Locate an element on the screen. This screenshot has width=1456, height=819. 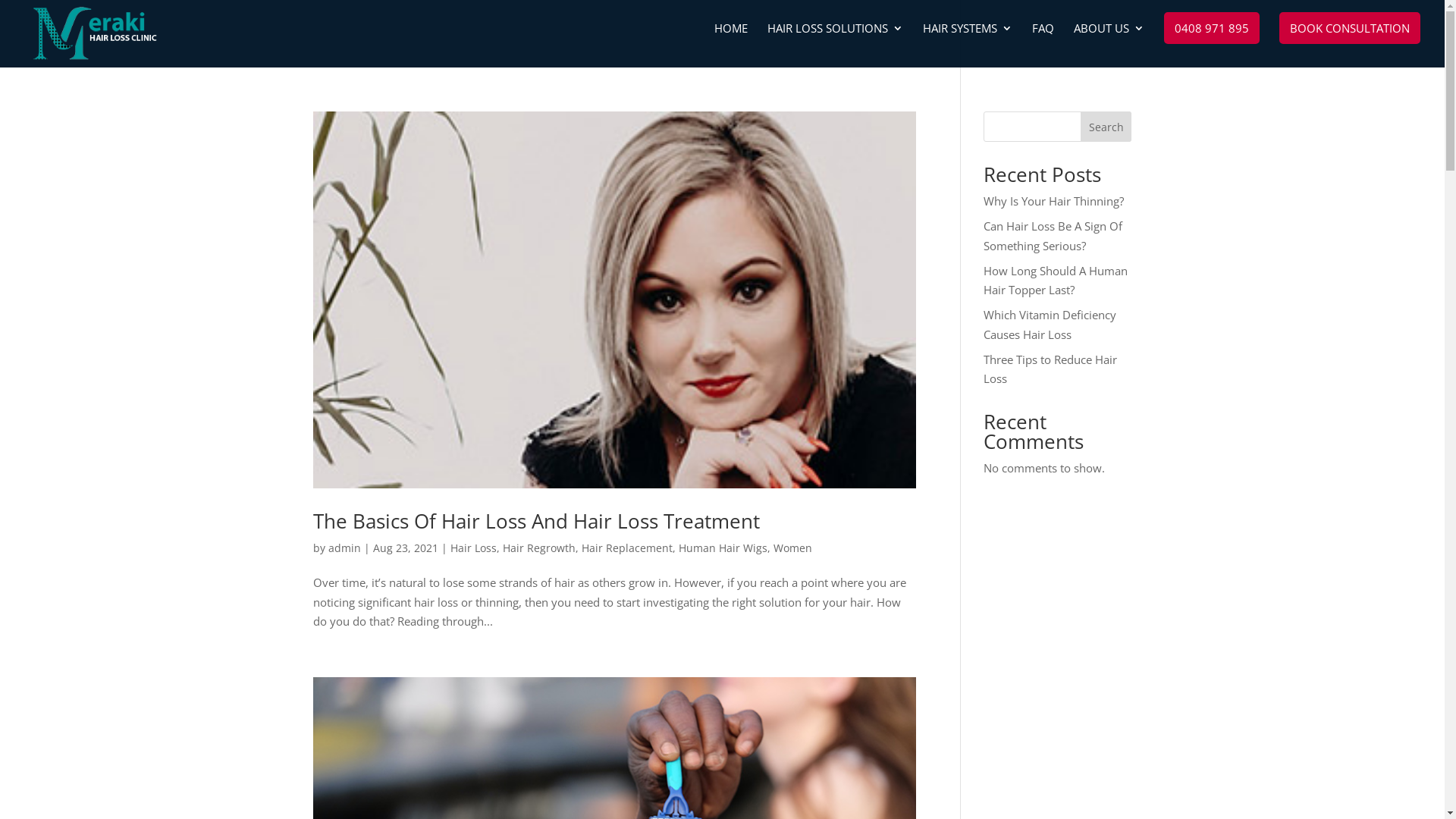
'FAQ' is located at coordinates (1031, 44).